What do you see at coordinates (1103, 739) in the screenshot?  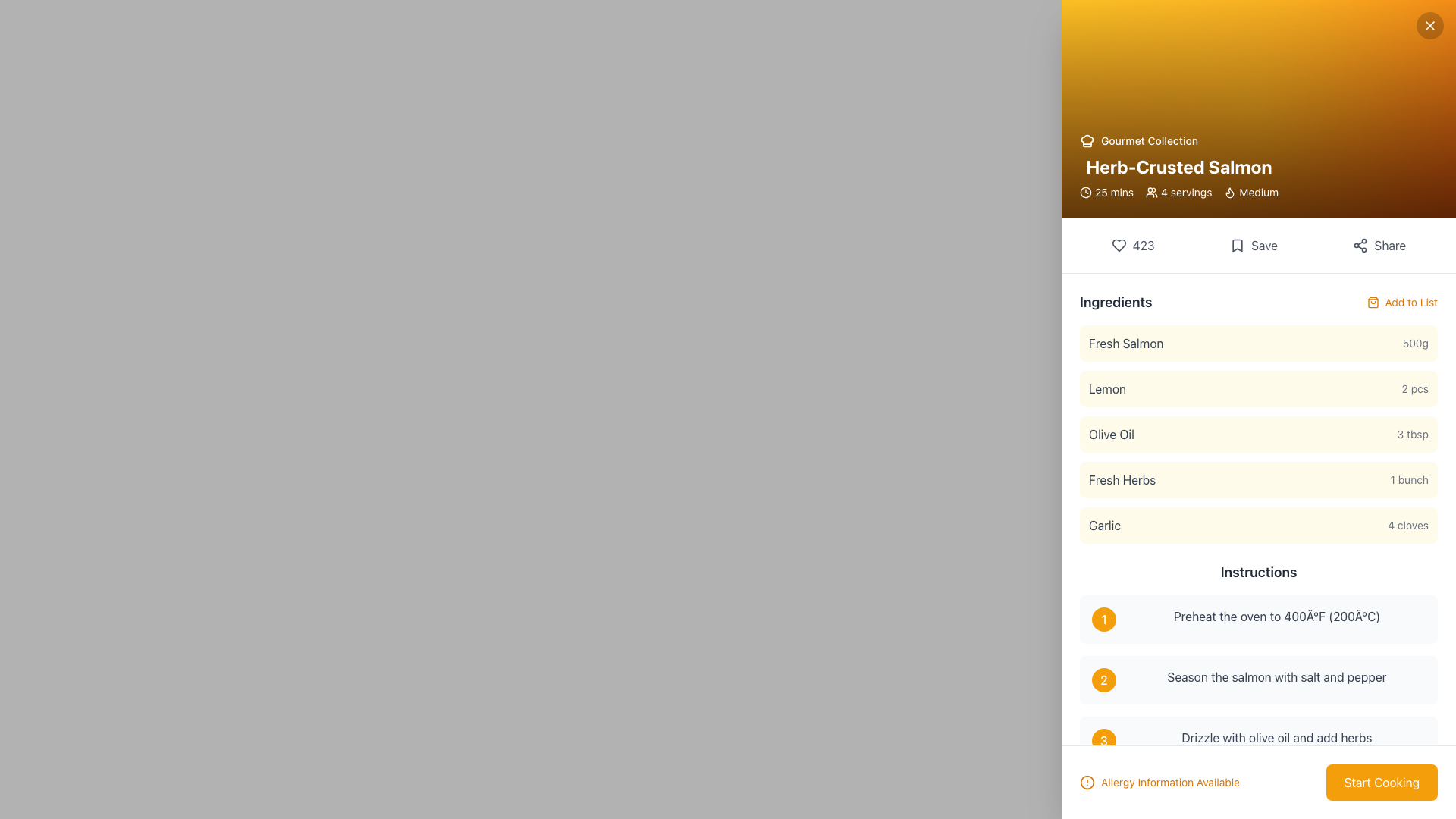 I see `the Numbered step indicator located at the far-left side of the third instruction step row, which labels the cooking instruction 'Drizzle with olive oil and add herbs'` at bounding box center [1103, 739].